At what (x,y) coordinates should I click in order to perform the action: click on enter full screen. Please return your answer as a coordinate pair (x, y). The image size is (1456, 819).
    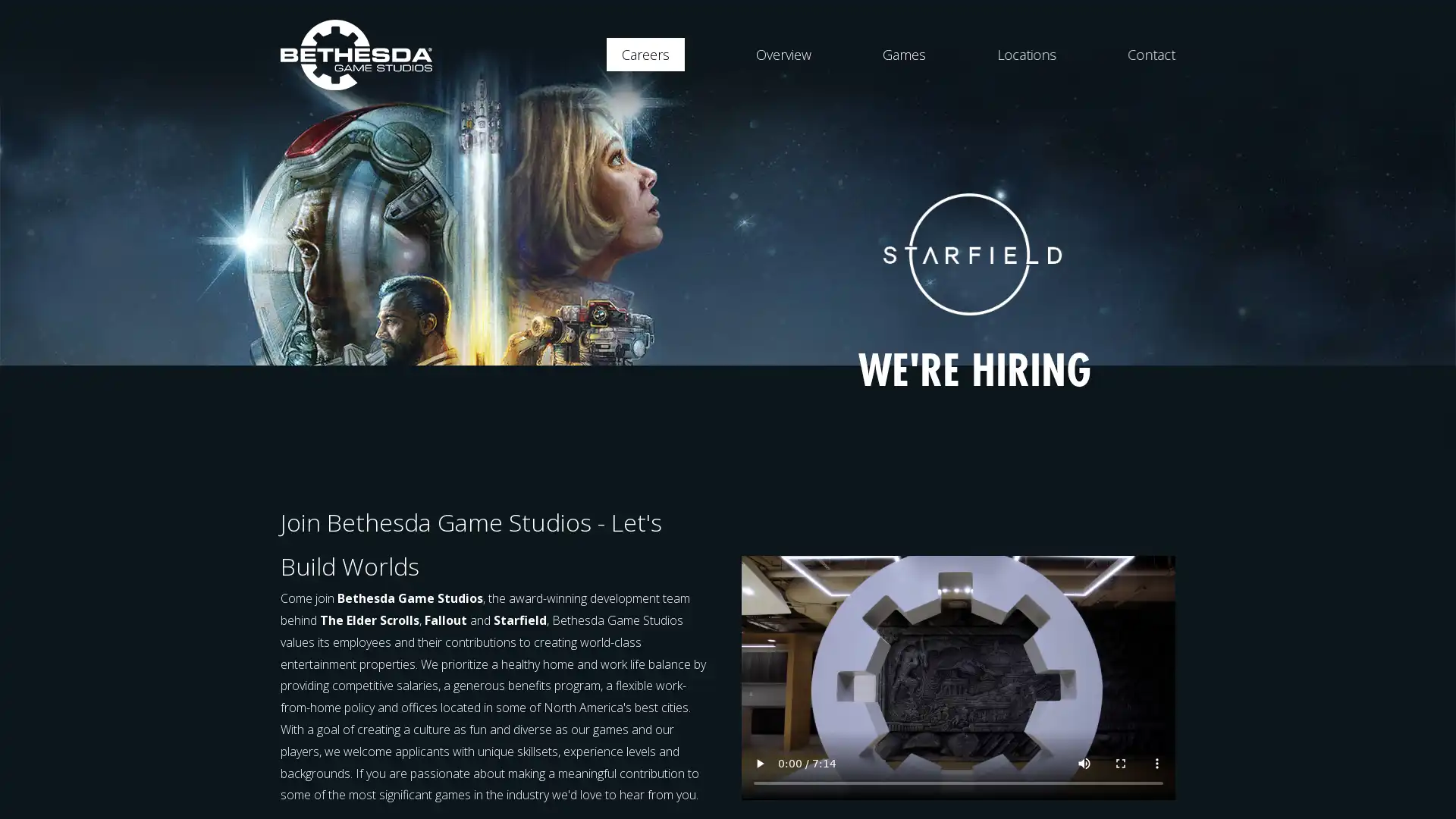
    Looking at the image, I should click on (1121, 763).